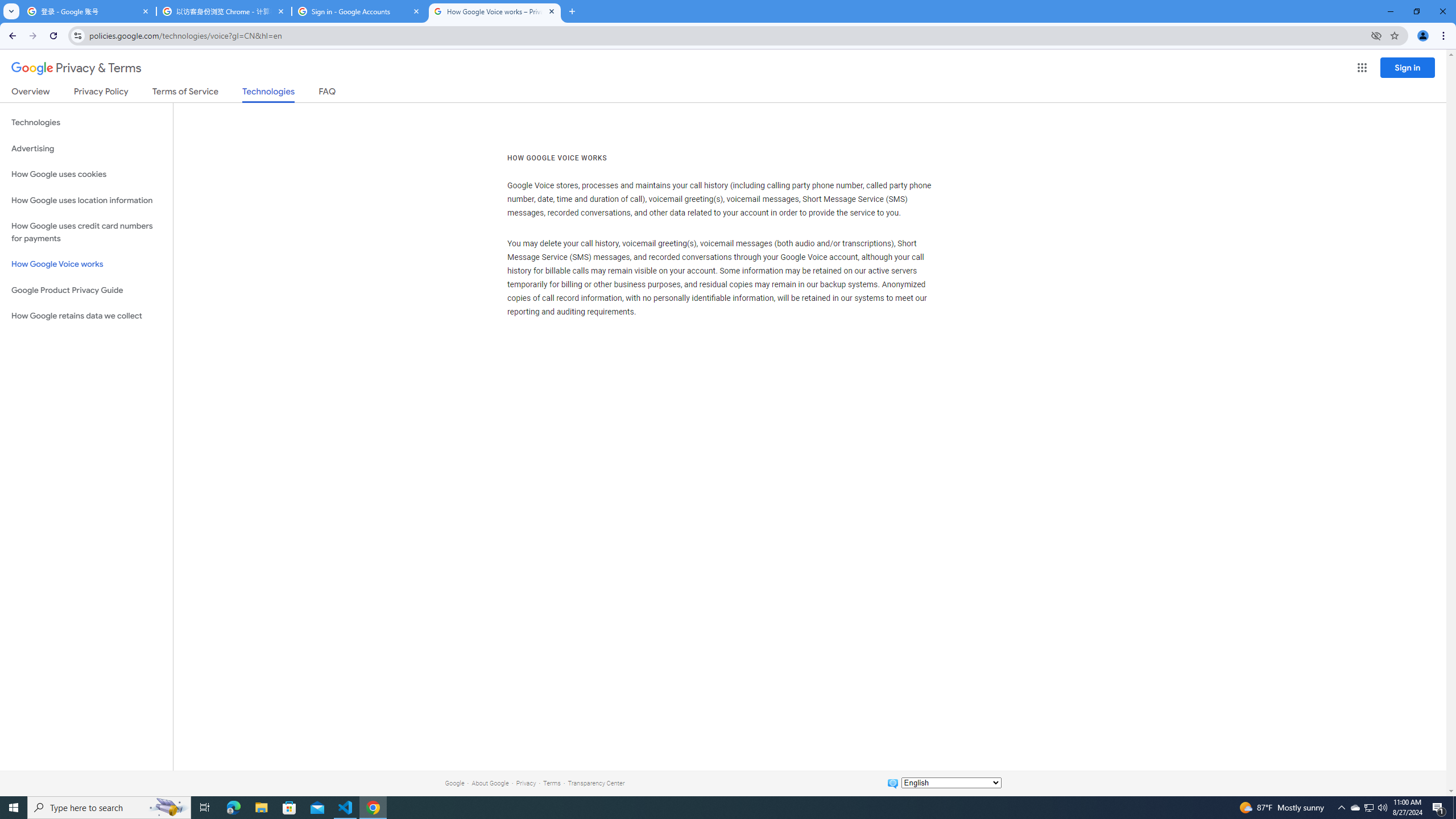  I want to click on 'Sign in - Google Accounts', so click(359, 11).